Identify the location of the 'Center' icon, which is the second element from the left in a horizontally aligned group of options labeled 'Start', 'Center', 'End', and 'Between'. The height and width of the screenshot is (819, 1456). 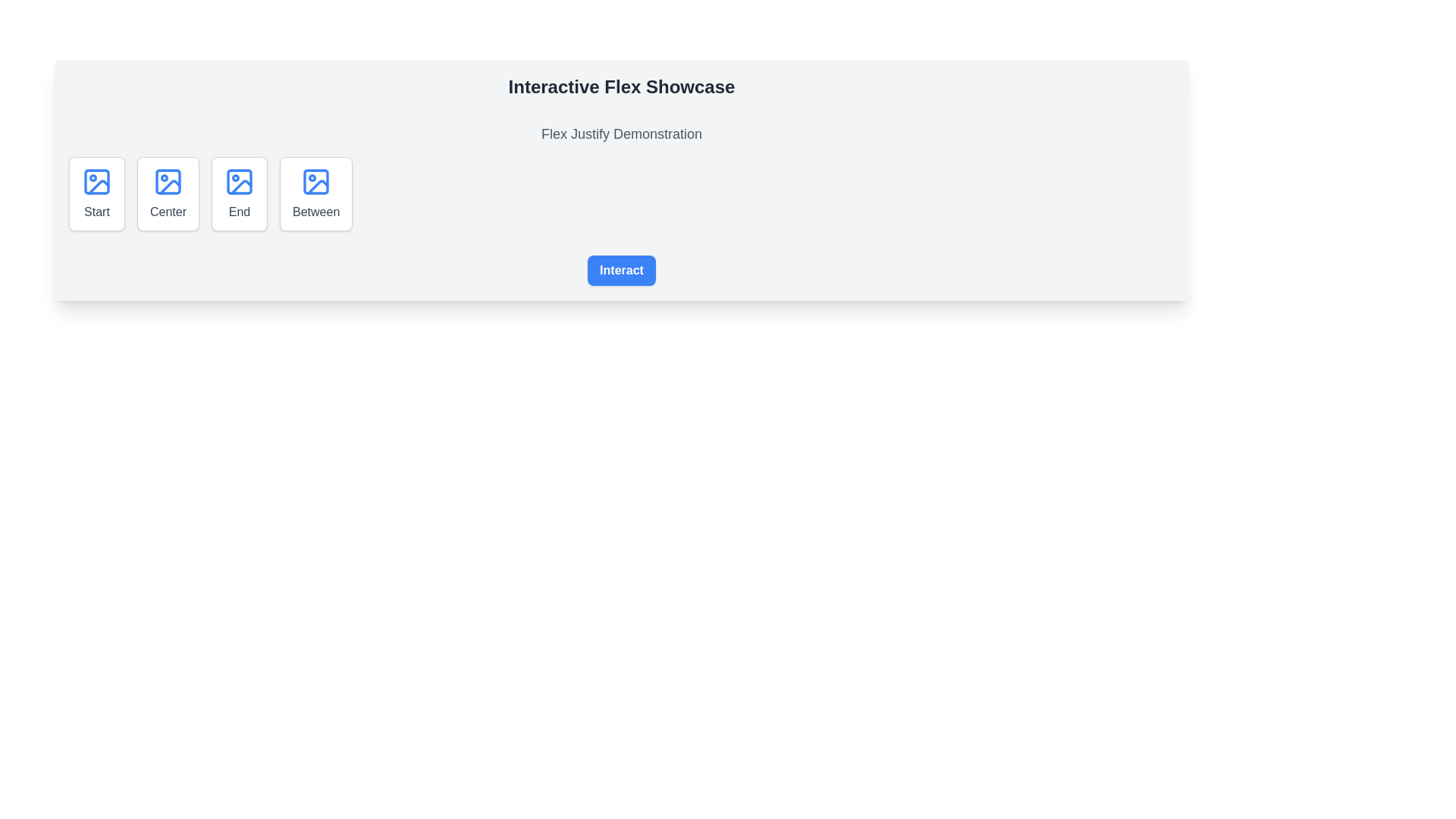
(168, 180).